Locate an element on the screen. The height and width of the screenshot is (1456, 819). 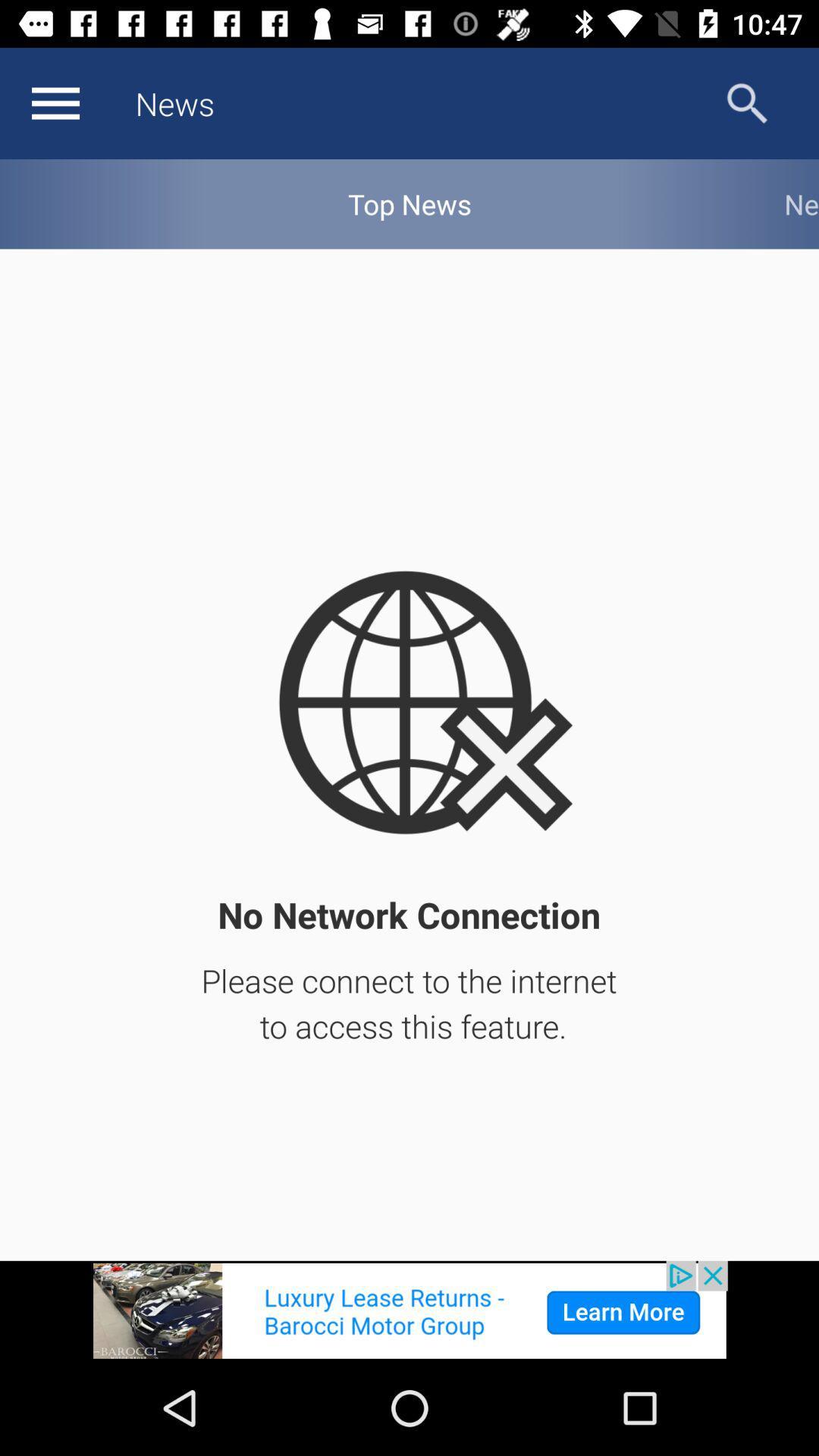
advertisement is located at coordinates (409, 1310).